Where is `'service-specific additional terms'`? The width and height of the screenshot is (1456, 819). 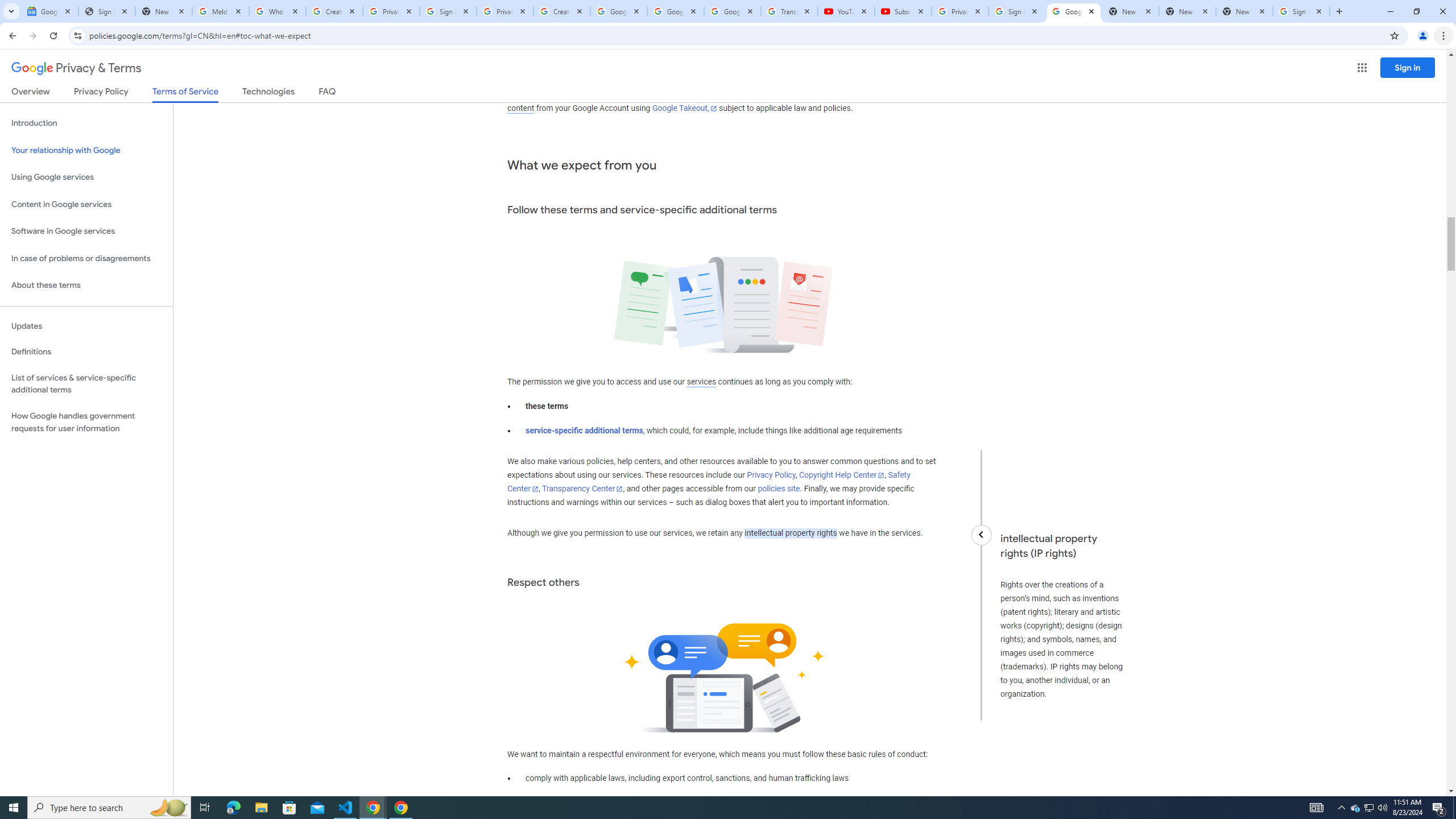 'service-specific additional terms' is located at coordinates (584, 431).